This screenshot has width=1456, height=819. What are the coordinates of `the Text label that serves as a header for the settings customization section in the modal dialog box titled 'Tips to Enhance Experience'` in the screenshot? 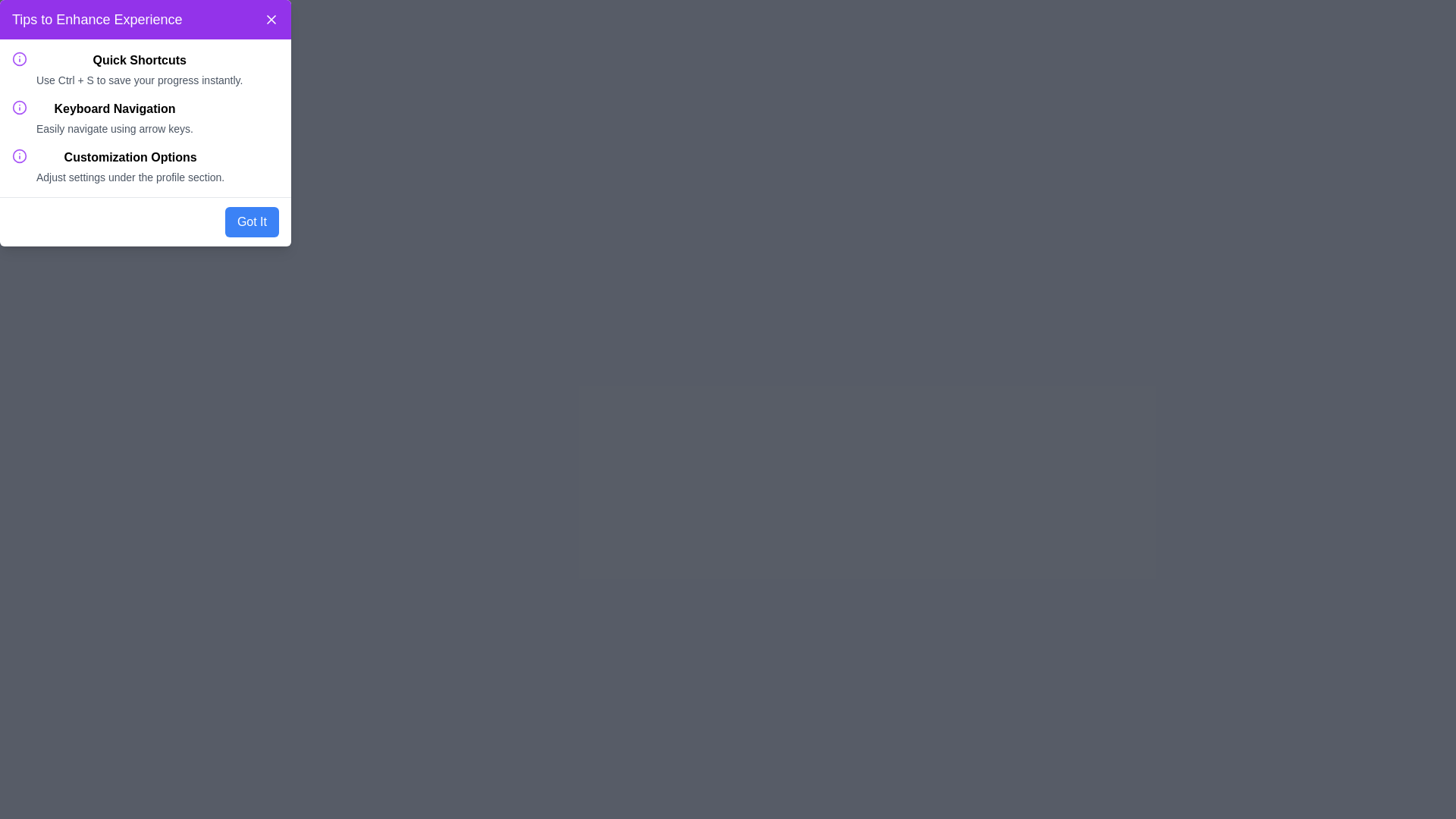 It's located at (130, 158).